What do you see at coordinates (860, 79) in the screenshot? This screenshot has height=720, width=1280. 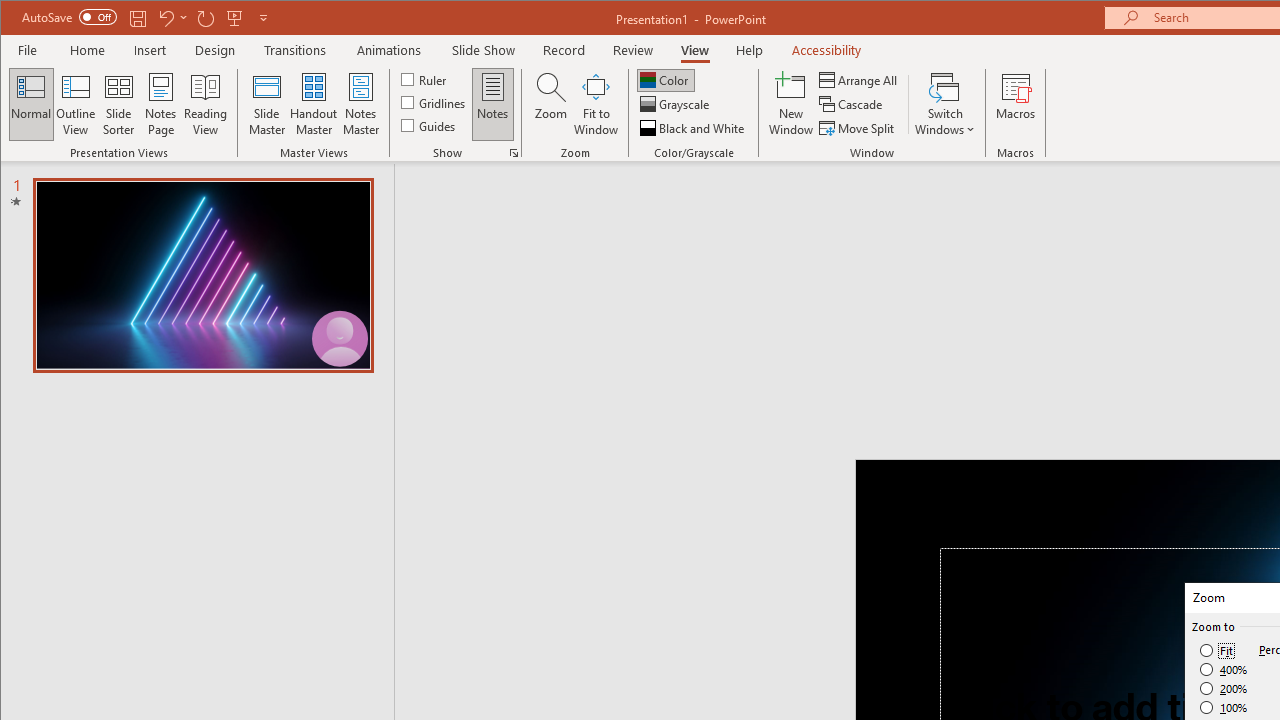 I see `'Arrange All'` at bounding box center [860, 79].